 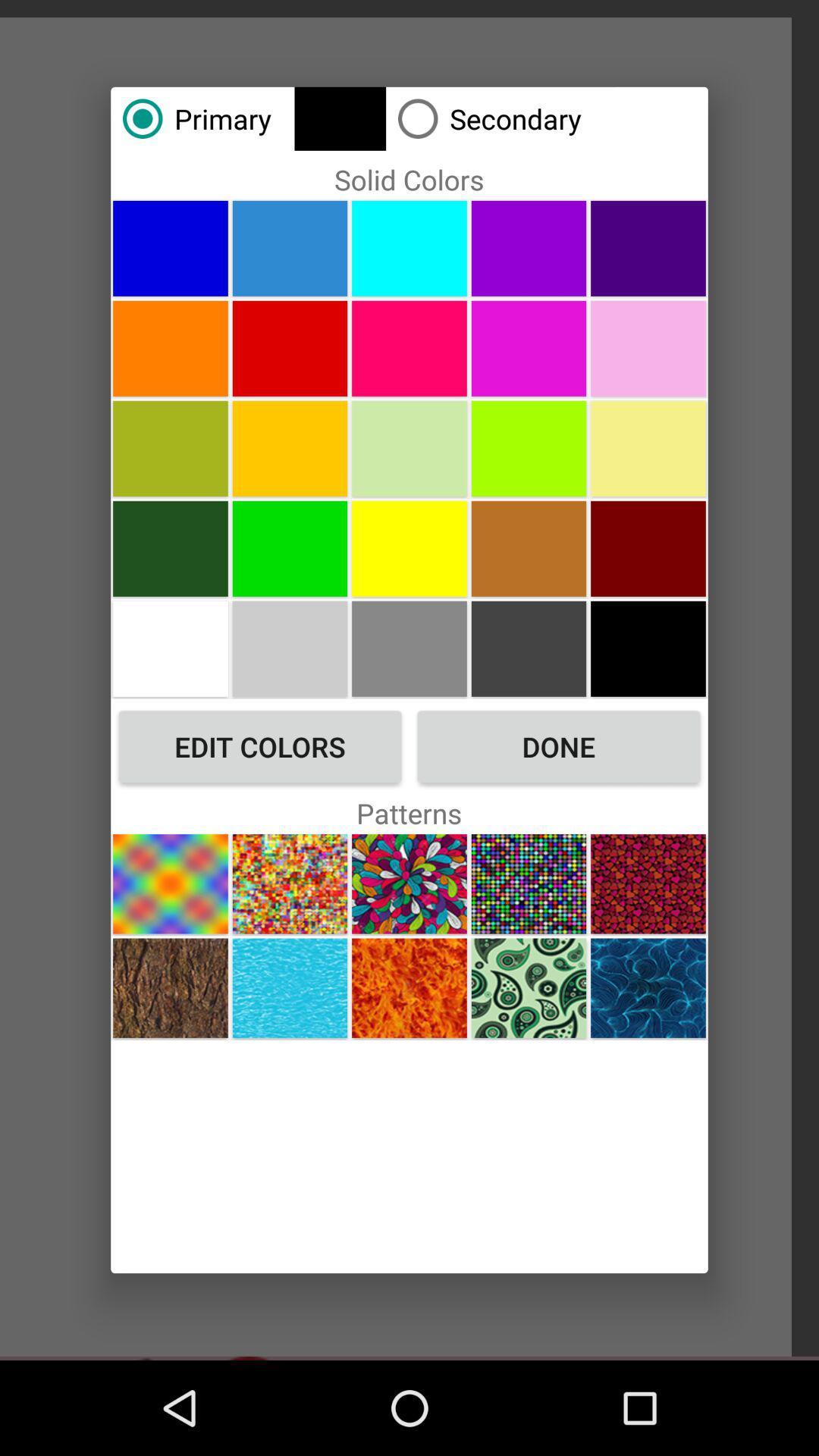 What do you see at coordinates (409, 347) in the screenshot?
I see `color` at bounding box center [409, 347].